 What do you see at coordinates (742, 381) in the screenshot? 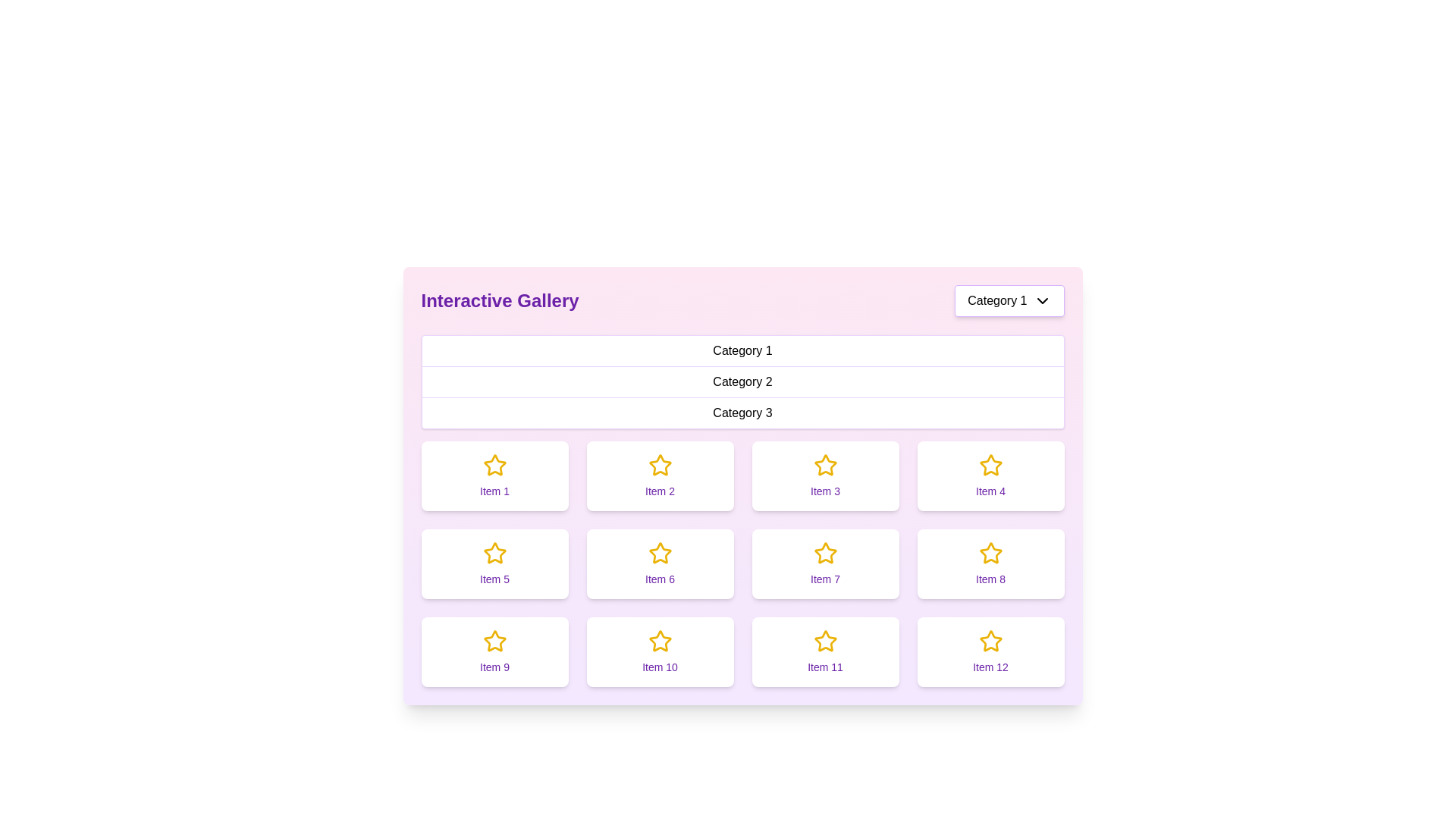
I see `the list item labeled 'Category 2'` at bounding box center [742, 381].